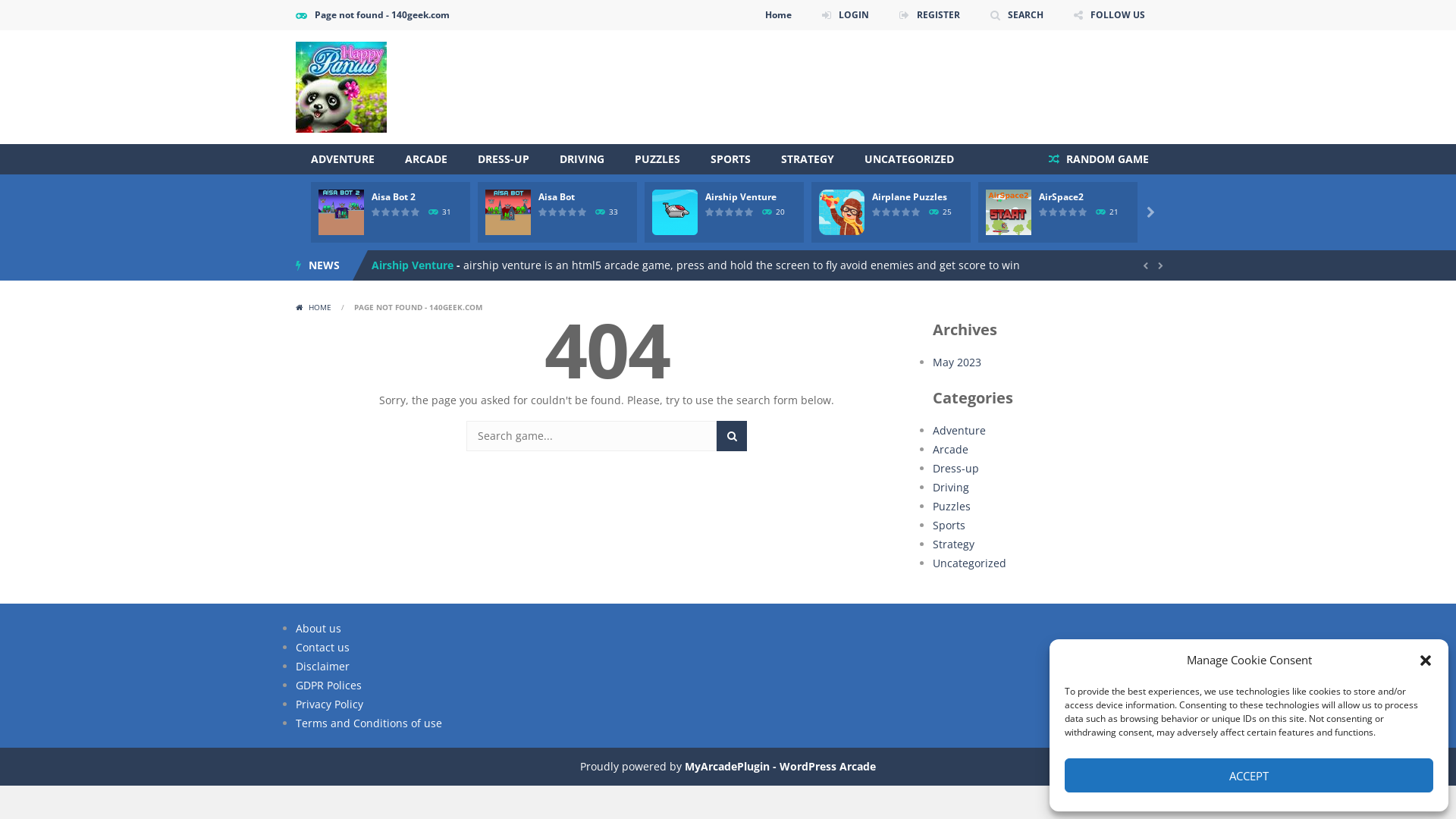 The width and height of the screenshot is (1456, 819). What do you see at coordinates (341, 158) in the screenshot?
I see `'ADVENTURE'` at bounding box center [341, 158].